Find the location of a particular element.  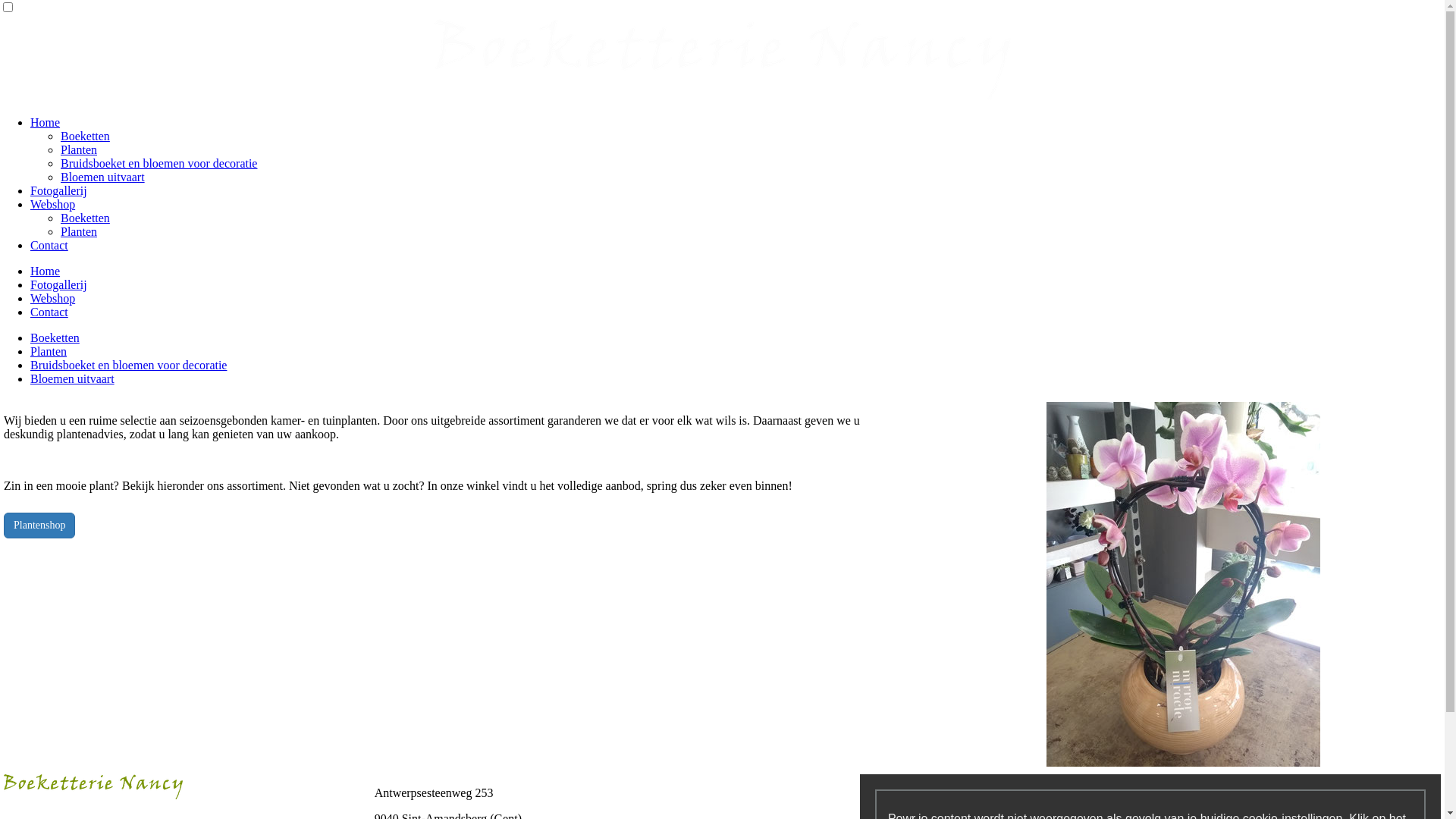

'Contact' is located at coordinates (49, 244).